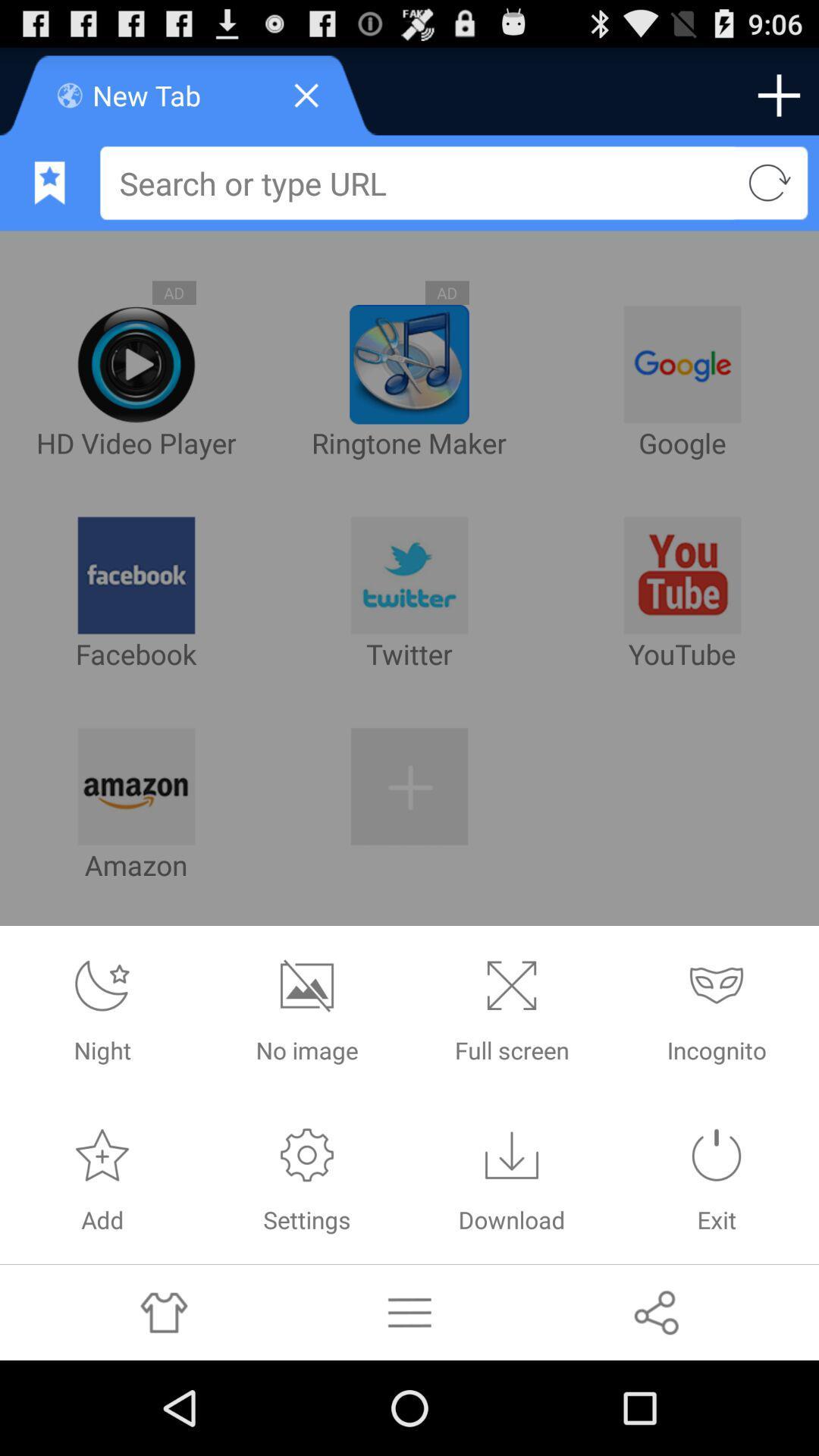 Image resolution: width=819 pixels, height=1456 pixels. I want to click on the bookmark icon, so click(49, 195).